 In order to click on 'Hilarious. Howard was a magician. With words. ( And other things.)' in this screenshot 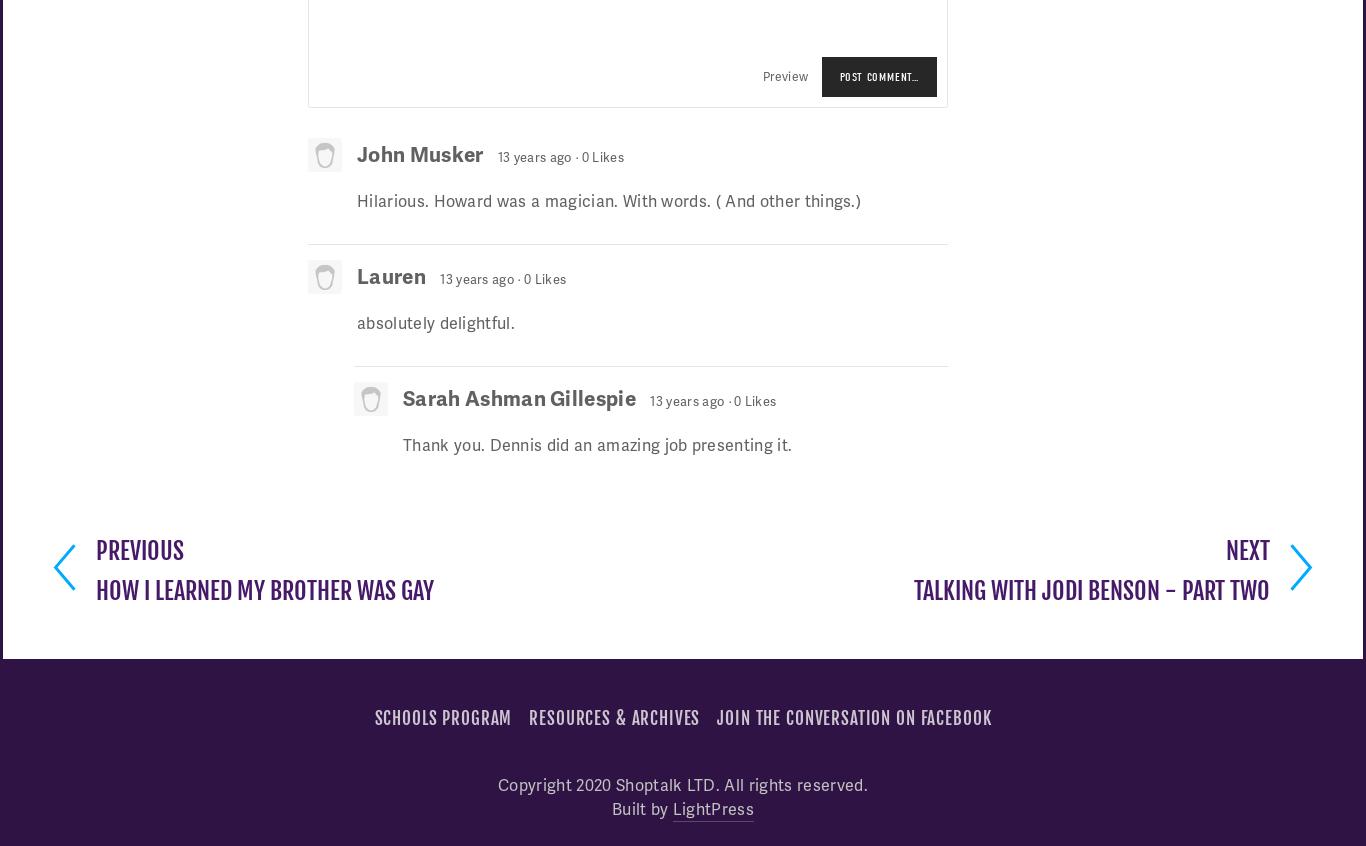, I will do `click(607, 199)`.